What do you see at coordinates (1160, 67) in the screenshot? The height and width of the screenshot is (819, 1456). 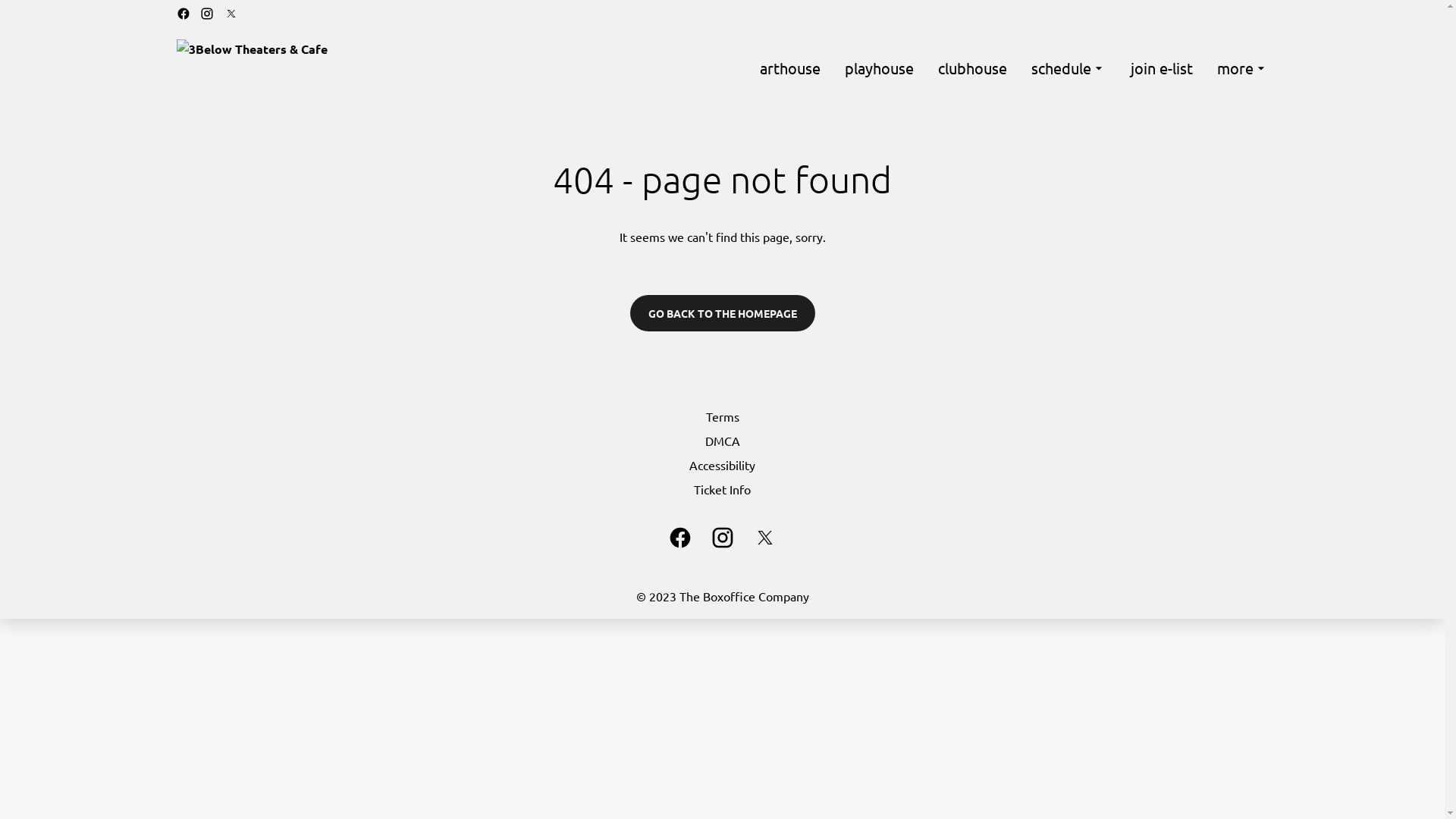 I see `'join e-list'` at bounding box center [1160, 67].